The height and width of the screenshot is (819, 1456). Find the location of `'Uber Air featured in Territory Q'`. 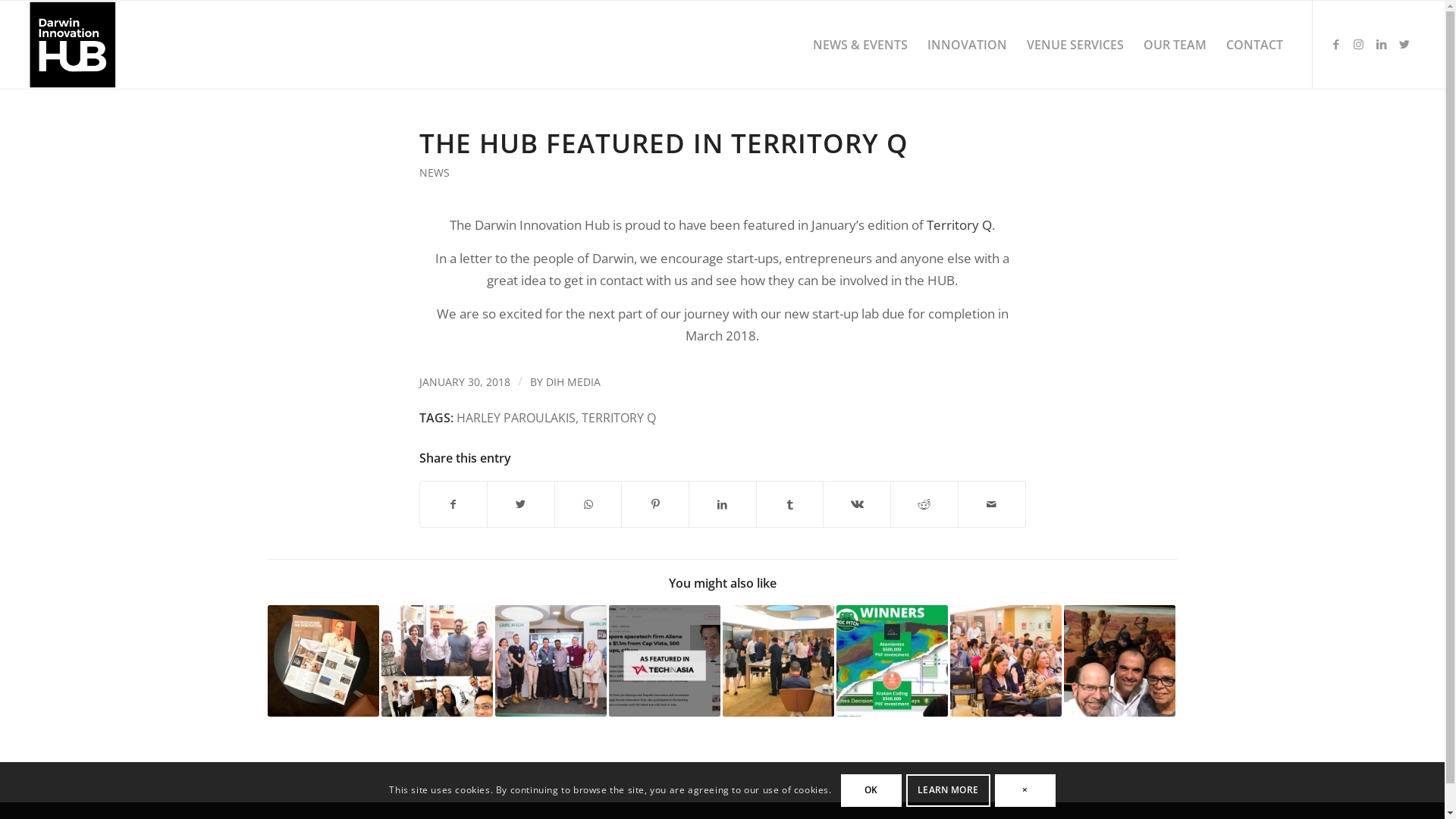

'Uber Air featured in Territory Q' is located at coordinates (322, 660).